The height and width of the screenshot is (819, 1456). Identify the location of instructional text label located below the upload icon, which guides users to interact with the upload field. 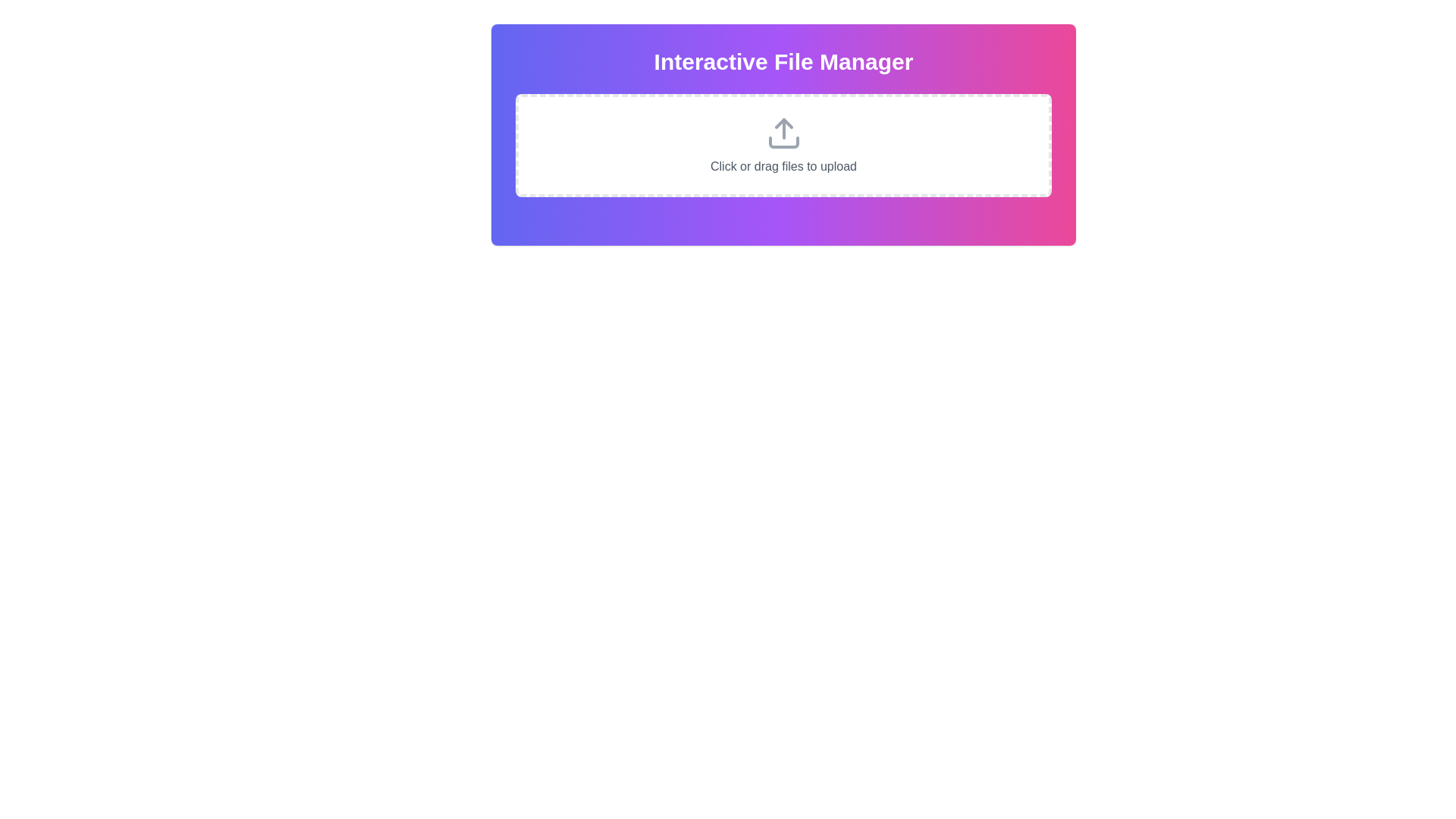
(783, 166).